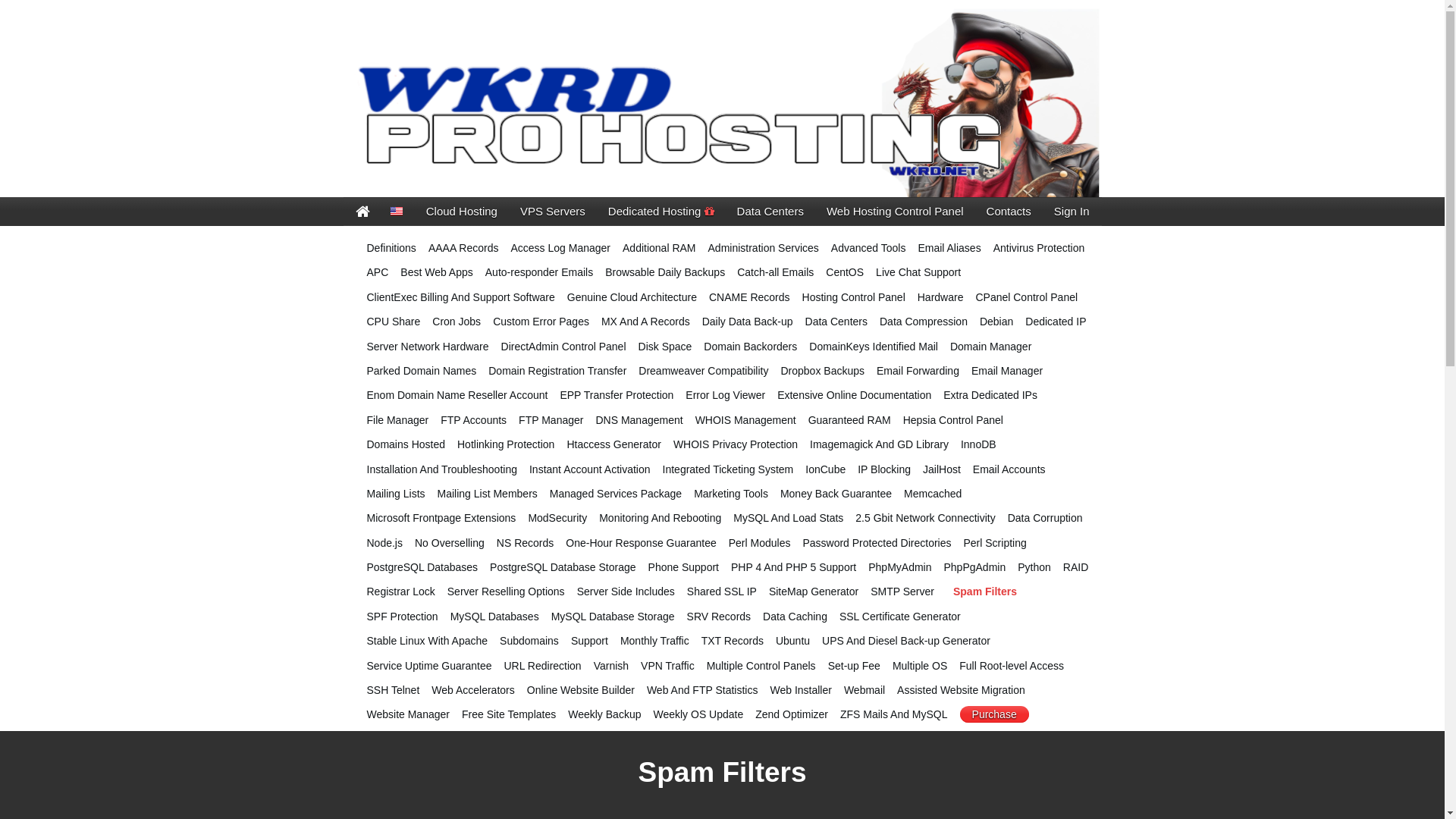 This screenshot has height=819, width=1456. I want to click on 'ModSecurity', so click(556, 516).